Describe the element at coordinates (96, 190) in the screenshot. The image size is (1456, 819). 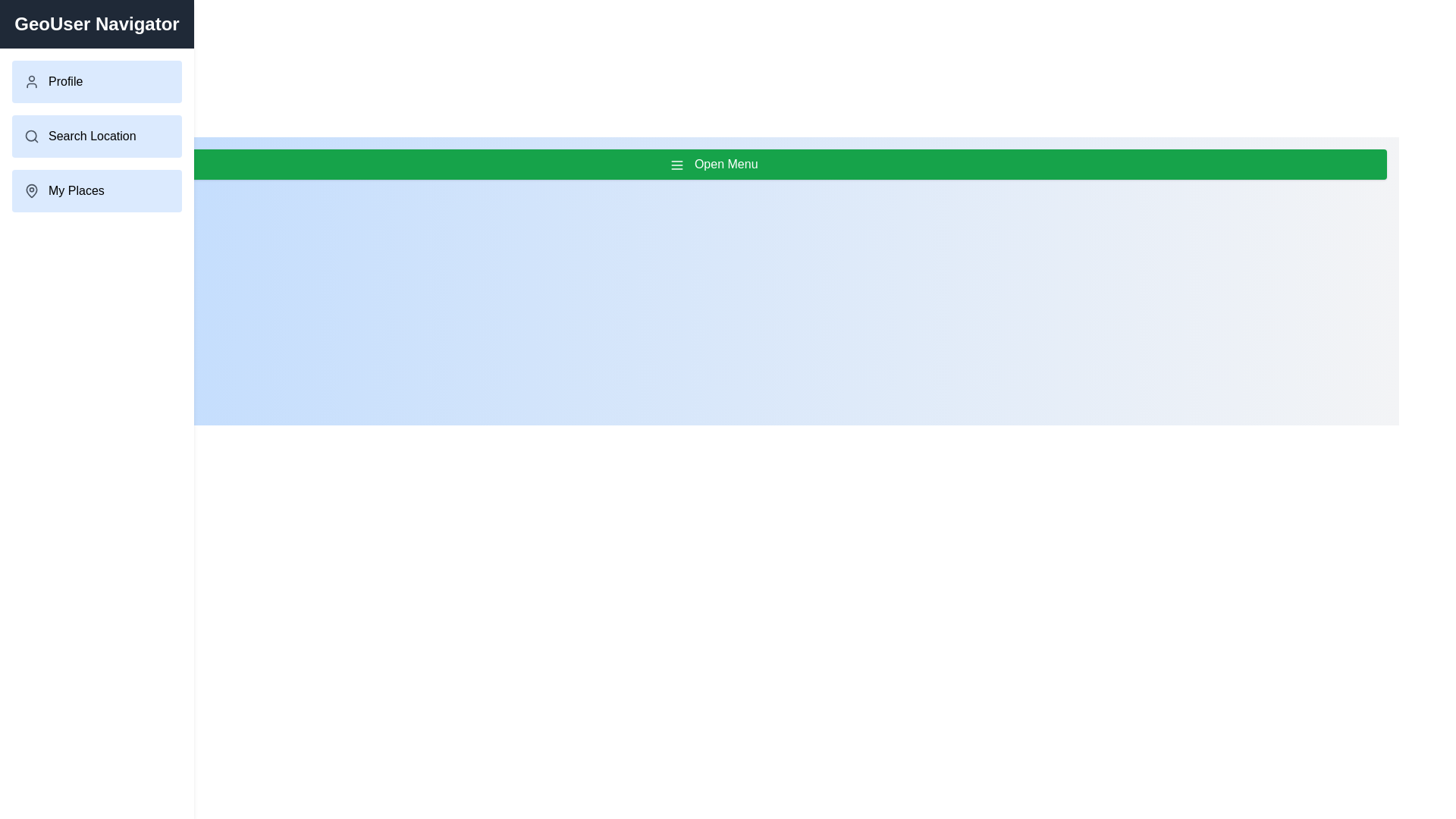
I see `the menu item My Places from the GeoUserDrawer` at that location.